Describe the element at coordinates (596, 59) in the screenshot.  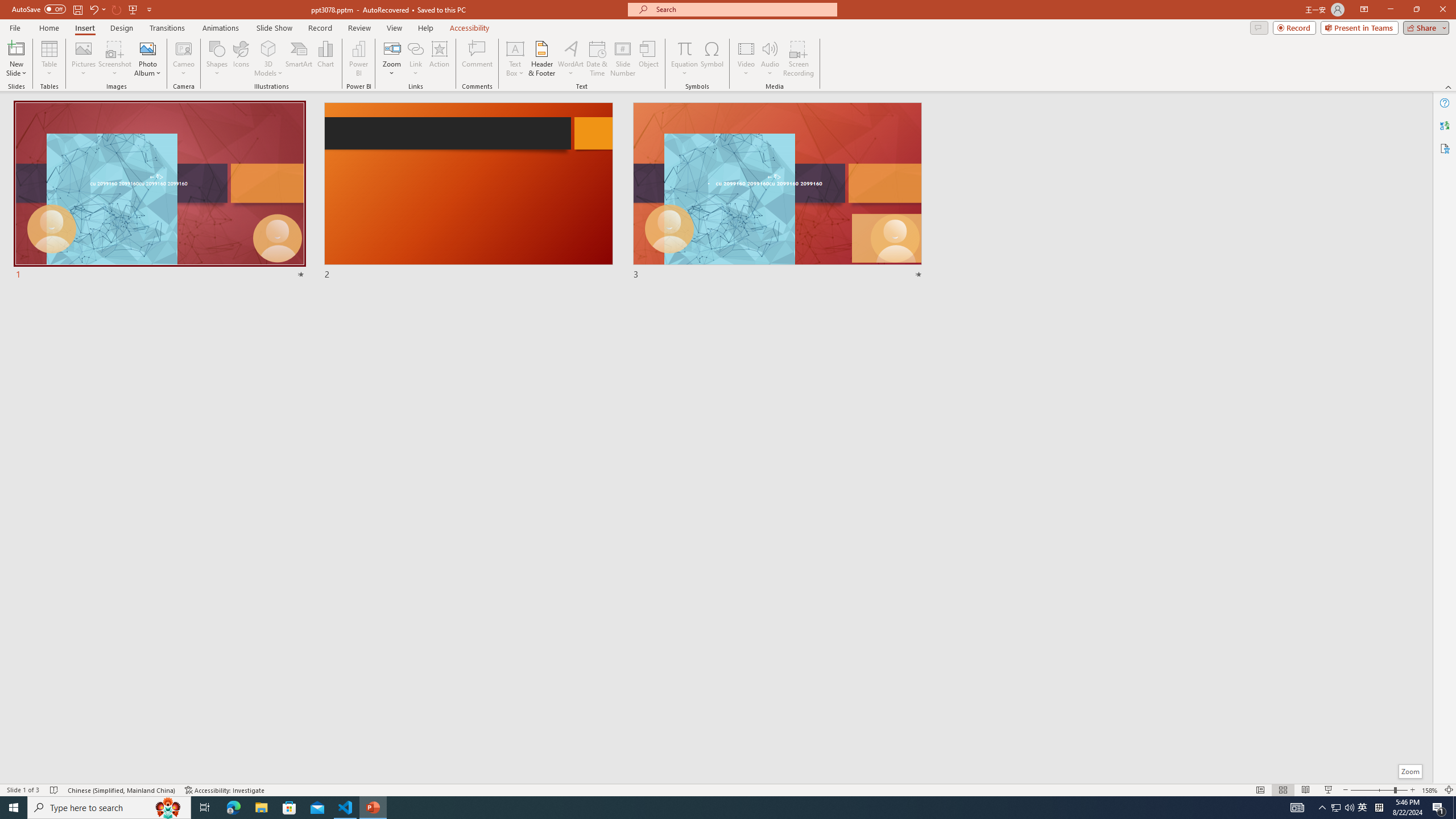
I see `'Date & Time...'` at that location.